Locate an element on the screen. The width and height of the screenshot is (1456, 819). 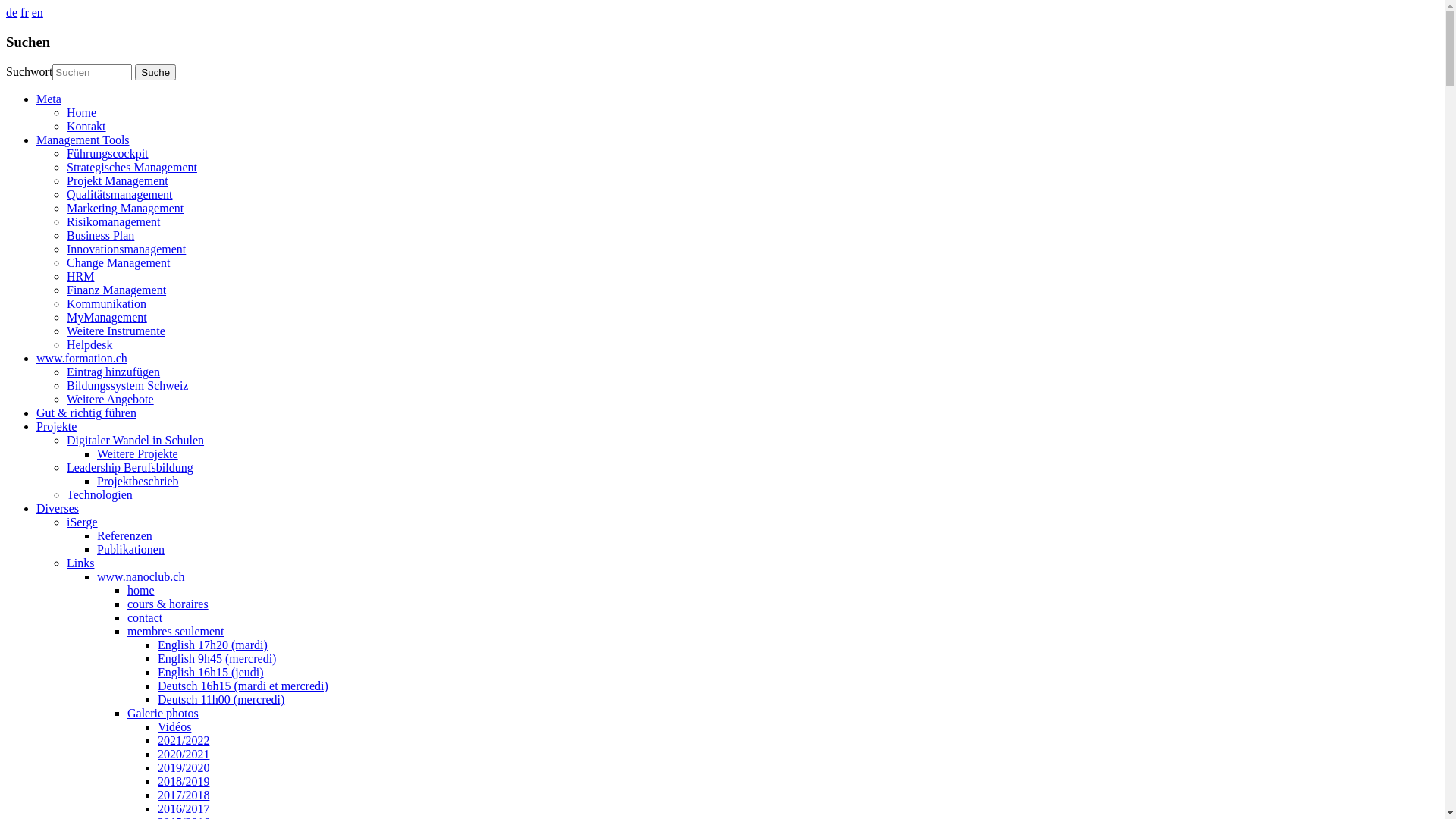
'Kommunikation' is located at coordinates (105, 303).